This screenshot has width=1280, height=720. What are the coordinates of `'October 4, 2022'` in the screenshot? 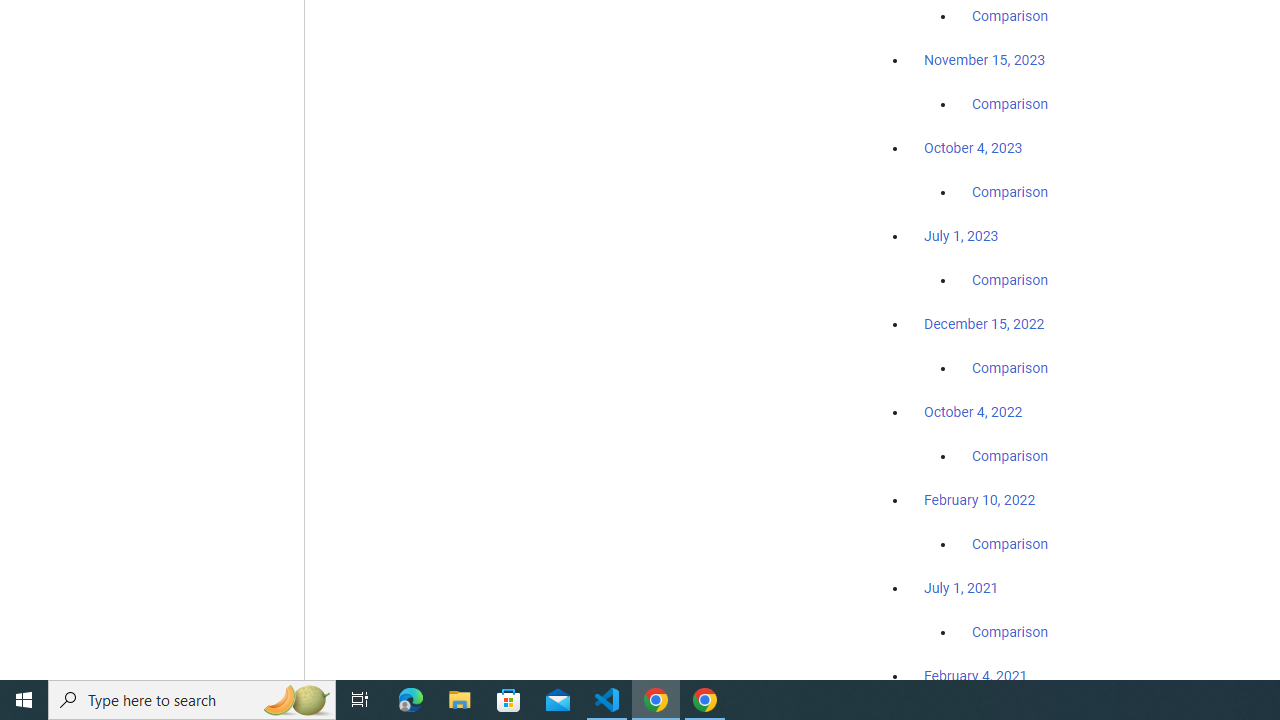 It's located at (973, 411).